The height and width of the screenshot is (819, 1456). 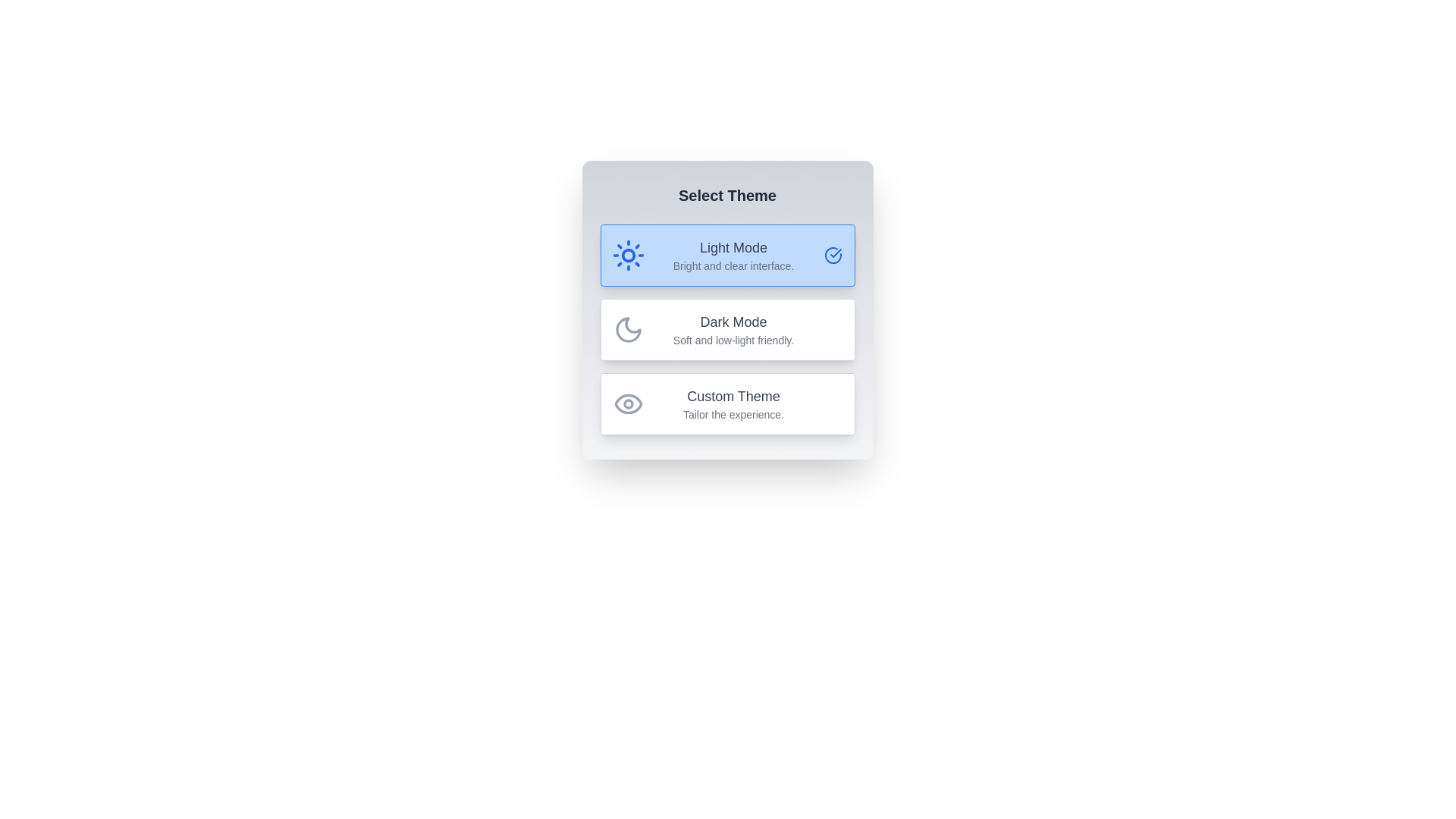 I want to click on the small circular shape representing the pupil of the eye-shaped icon in the 'Custom Theme' option card, so click(x=628, y=403).